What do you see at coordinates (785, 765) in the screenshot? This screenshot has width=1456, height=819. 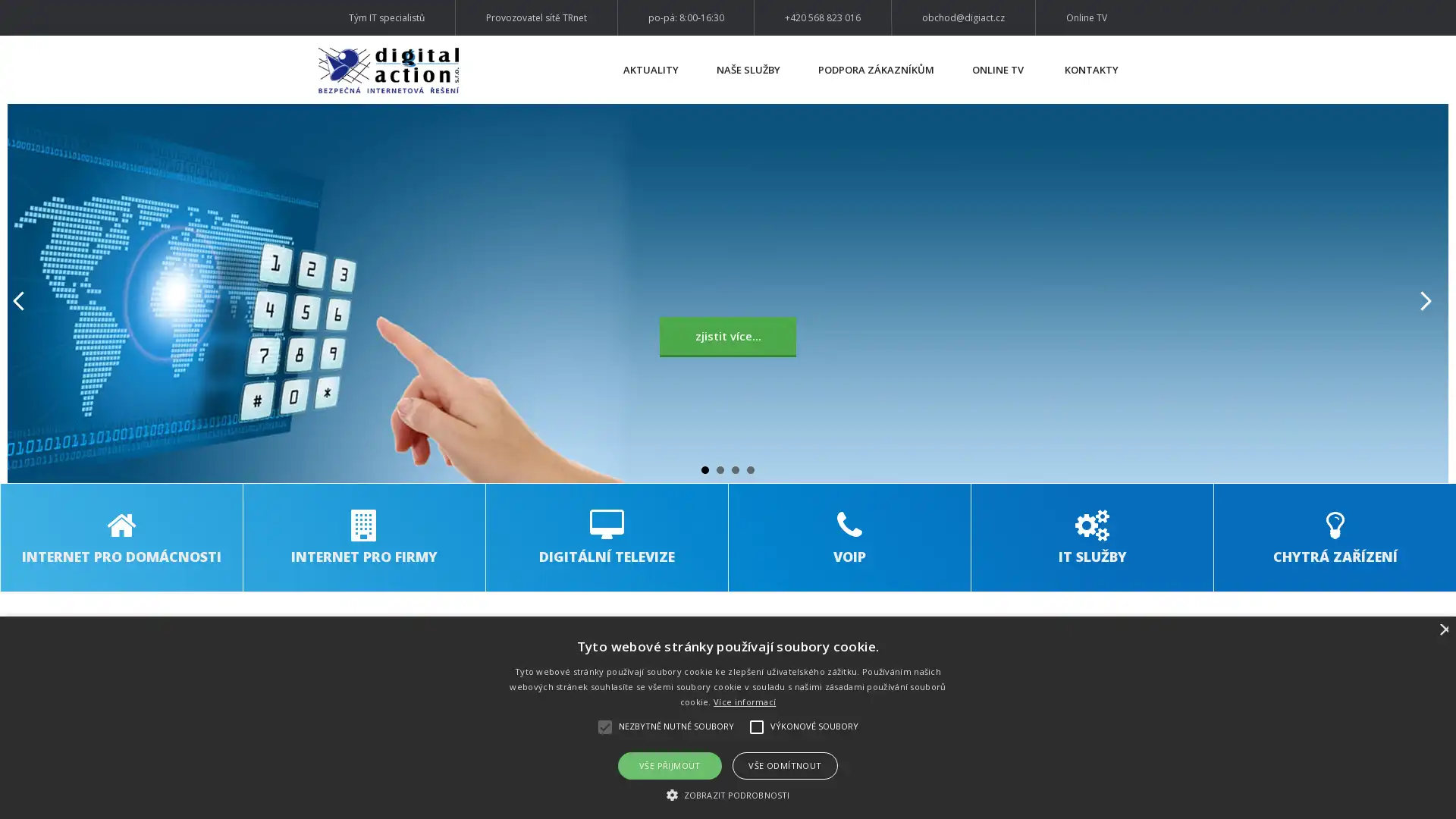 I see `VSE ODMITNOUT` at bounding box center [785, 765].